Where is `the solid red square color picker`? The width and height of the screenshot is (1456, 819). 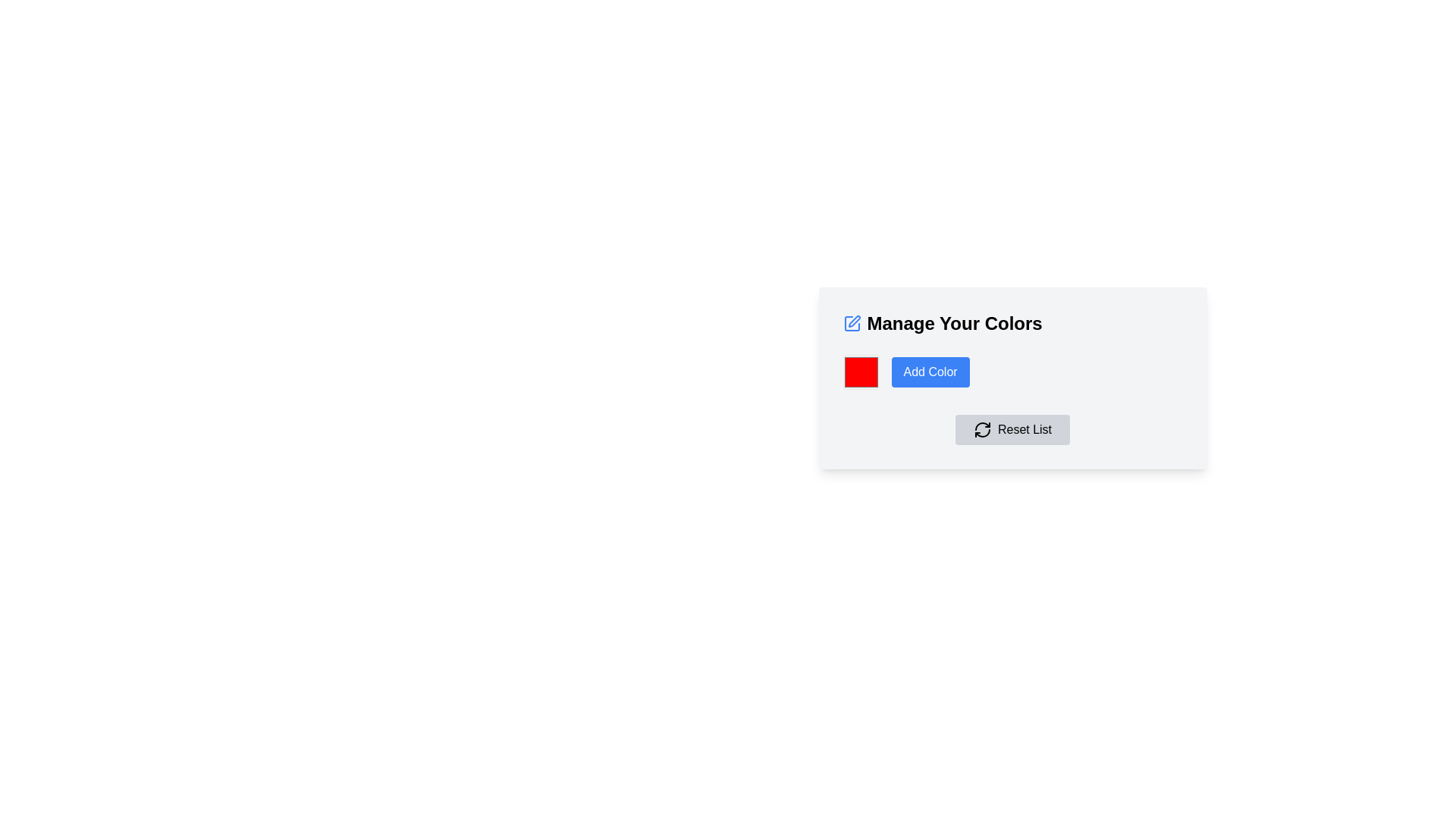
the solid red square color picker is located at coordinates (861, 372).